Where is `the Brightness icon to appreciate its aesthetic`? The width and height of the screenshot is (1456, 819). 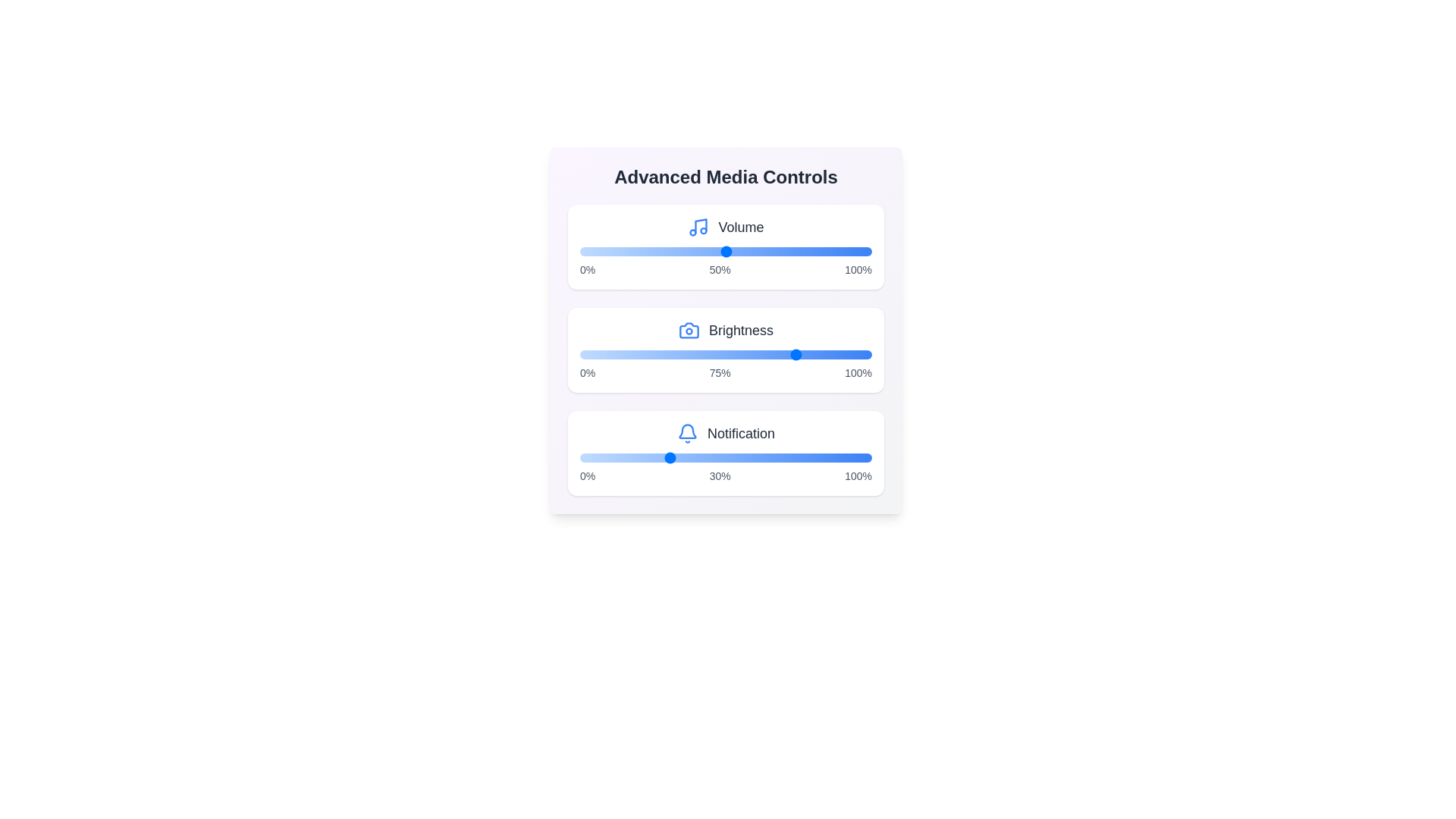 the Brightness icon to appreciate its aesthetic is located at coordinates (688, 329).